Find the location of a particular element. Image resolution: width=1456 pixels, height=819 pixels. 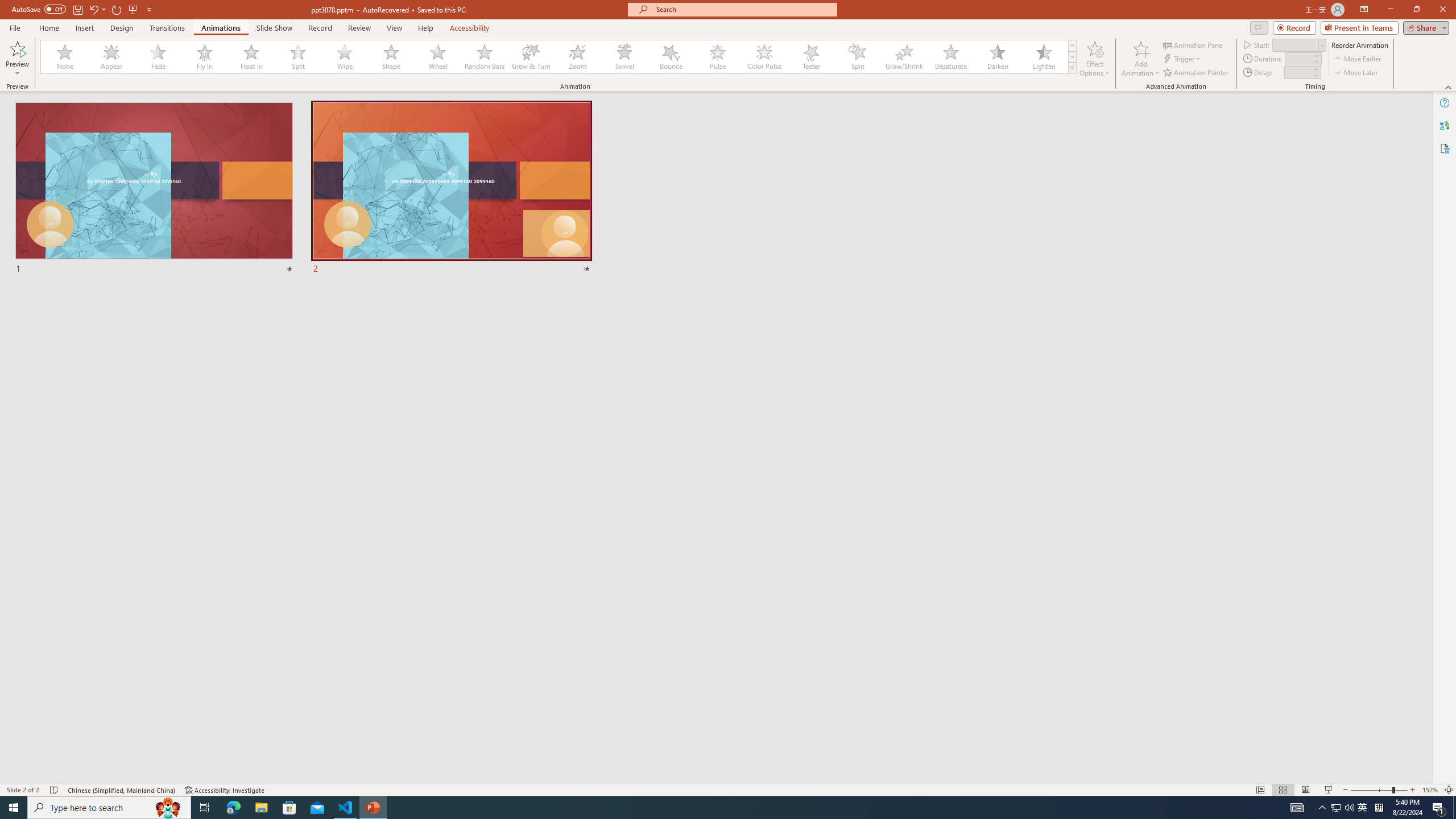

'Spin' is located at coordinates (857, 56).